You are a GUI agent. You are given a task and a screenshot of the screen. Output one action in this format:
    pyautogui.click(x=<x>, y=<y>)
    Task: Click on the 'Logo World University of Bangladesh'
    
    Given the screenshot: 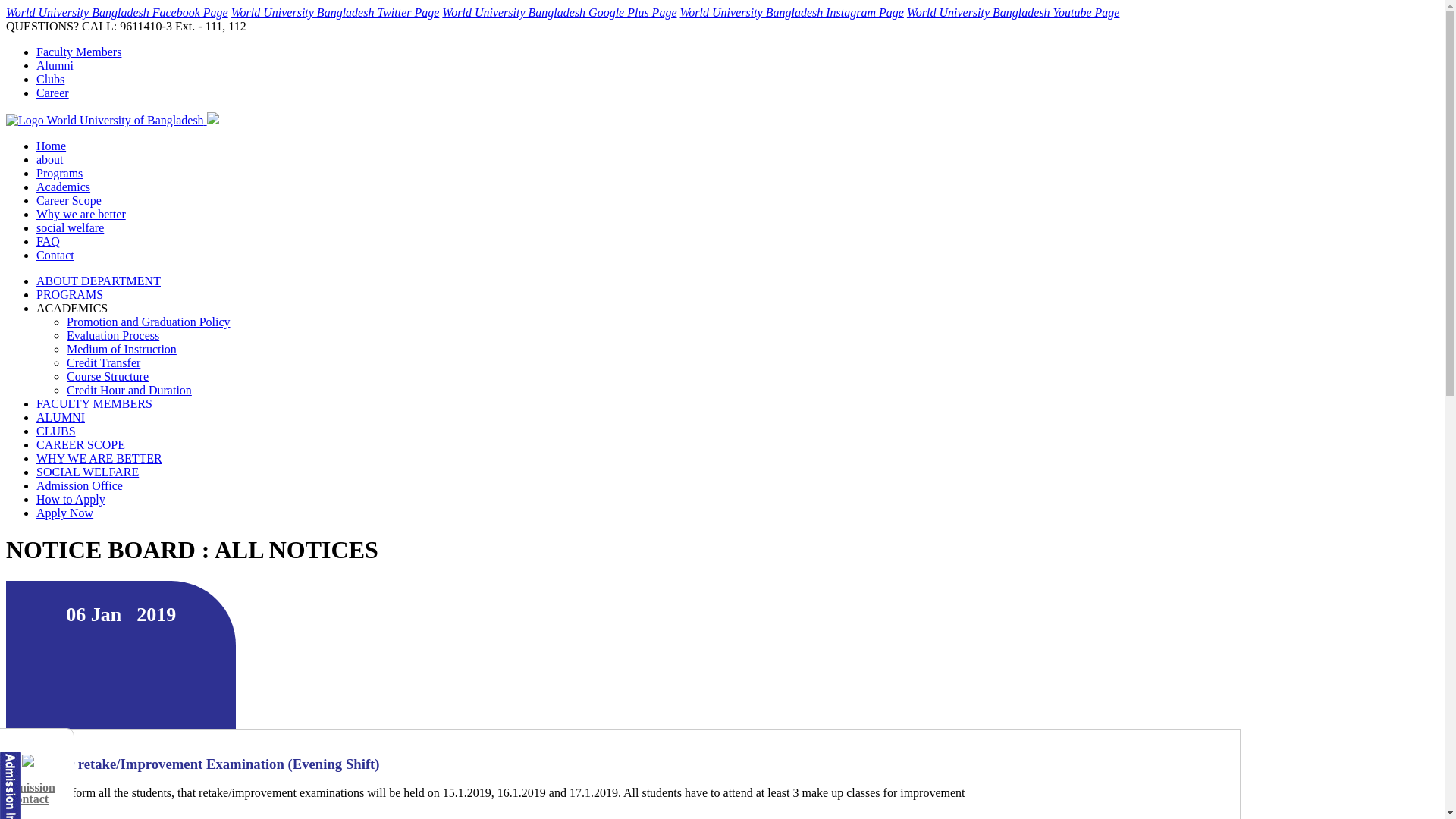 What is the action you would take?
    pyautogui.click(x=104, y=119)
    